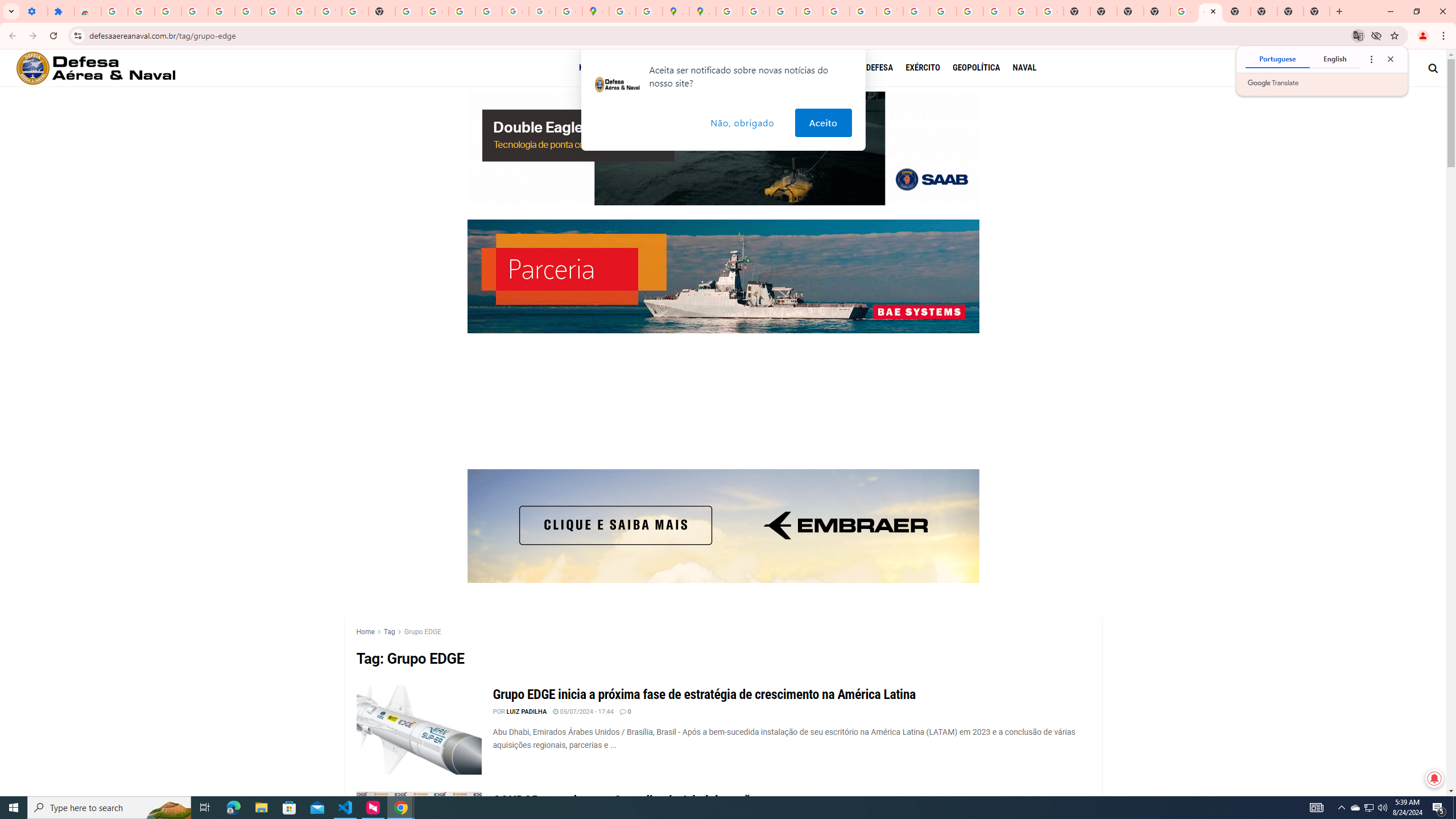 The width and height of the screenshot is (1456, 819). What do you see at coordinates (983, 67) in the screenshot?
I see `'AutomationID: menu-item-105101'` at bounding box center [983, 67].